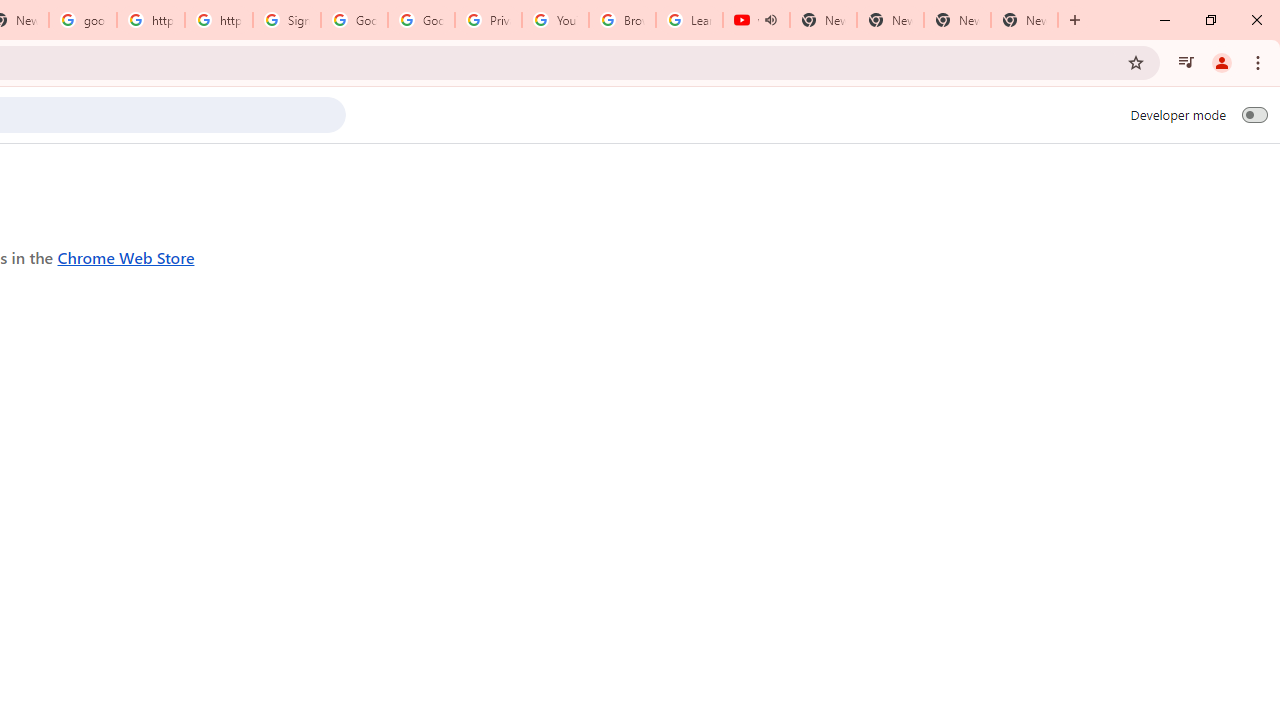 The height and width of the screenshot is (720, 1280). What do you see at coordinates (150, 20) in the screenshot?
I see `'https://scholar.google.com/'` at bounding box center [150, 20].